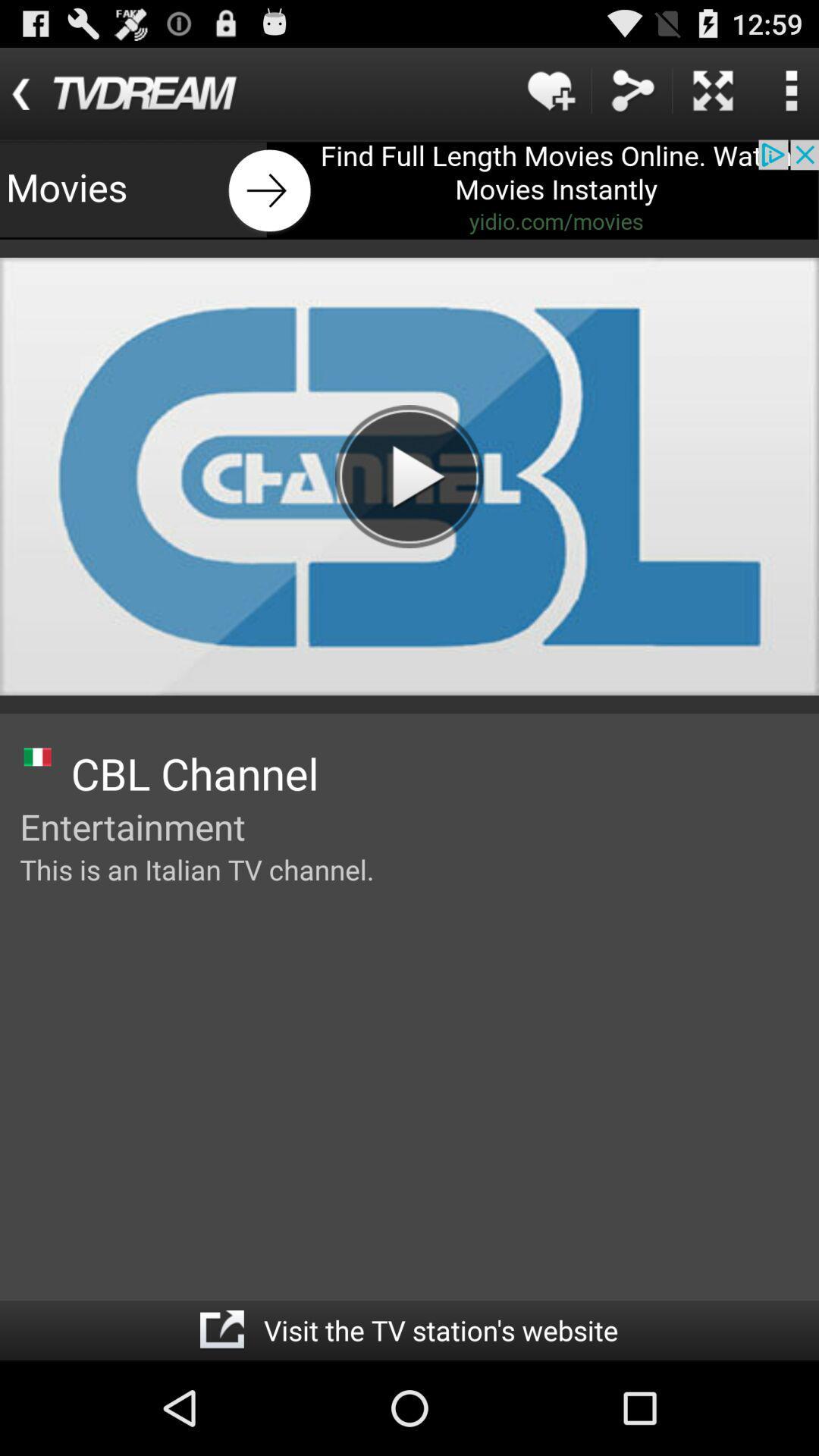 Image resolution: width=819 pixels, height=1456 pixels. Describe the element at coordinates (408, 510) in the screenshot. I see `the play icon` at that location.